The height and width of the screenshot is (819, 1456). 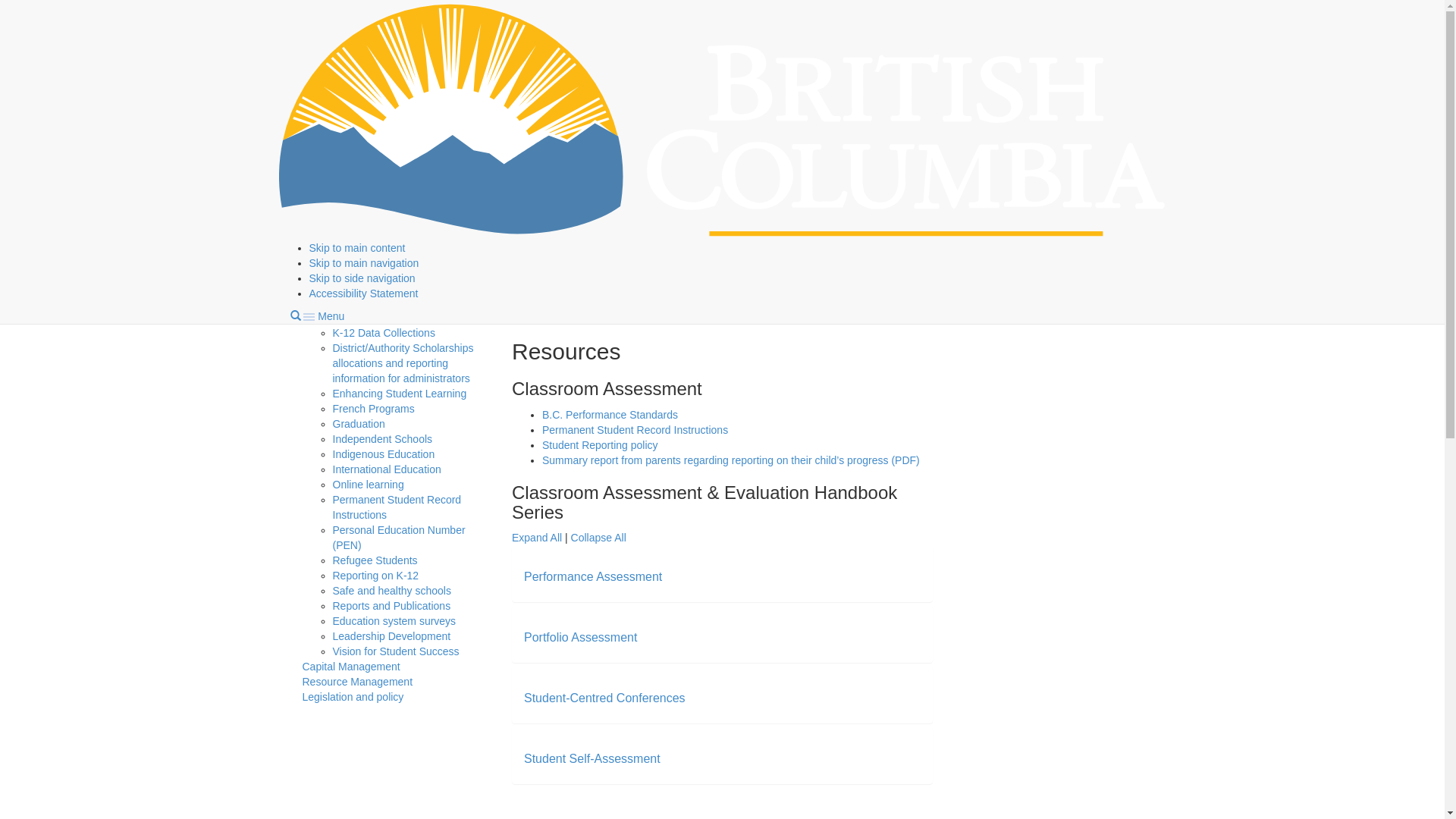 What do you see at coordinates (579, 637) in the screenshot?
I see `'Portfolio Assessment'` at bounding box center [579, 637].